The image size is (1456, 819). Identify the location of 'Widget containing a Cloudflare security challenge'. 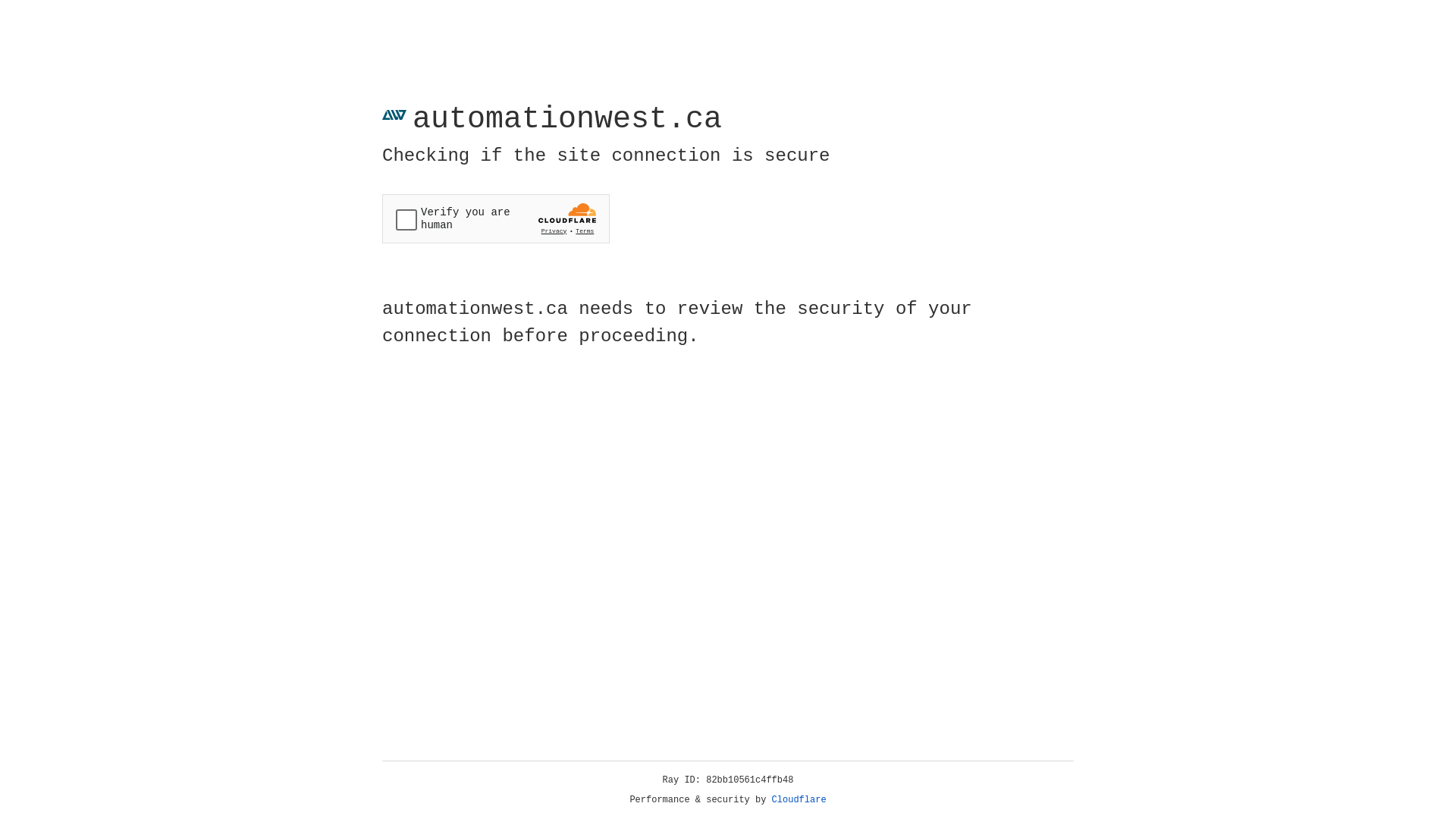
(495, 218).